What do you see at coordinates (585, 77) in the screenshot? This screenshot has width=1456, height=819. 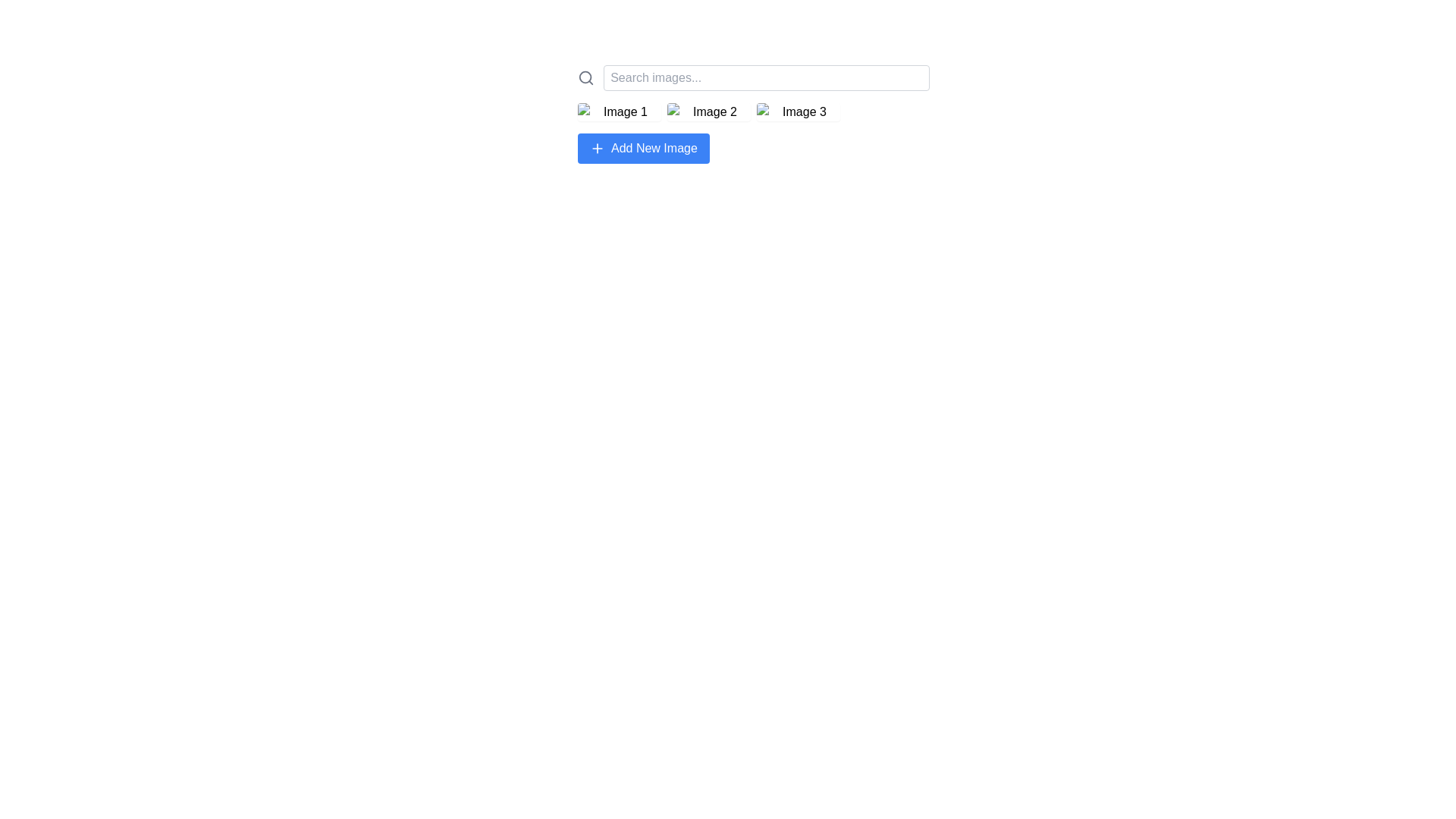 I see `the central circular part of the magnifying glass icon located at the top-left corner of the interface` at bounding box center [585, 77].